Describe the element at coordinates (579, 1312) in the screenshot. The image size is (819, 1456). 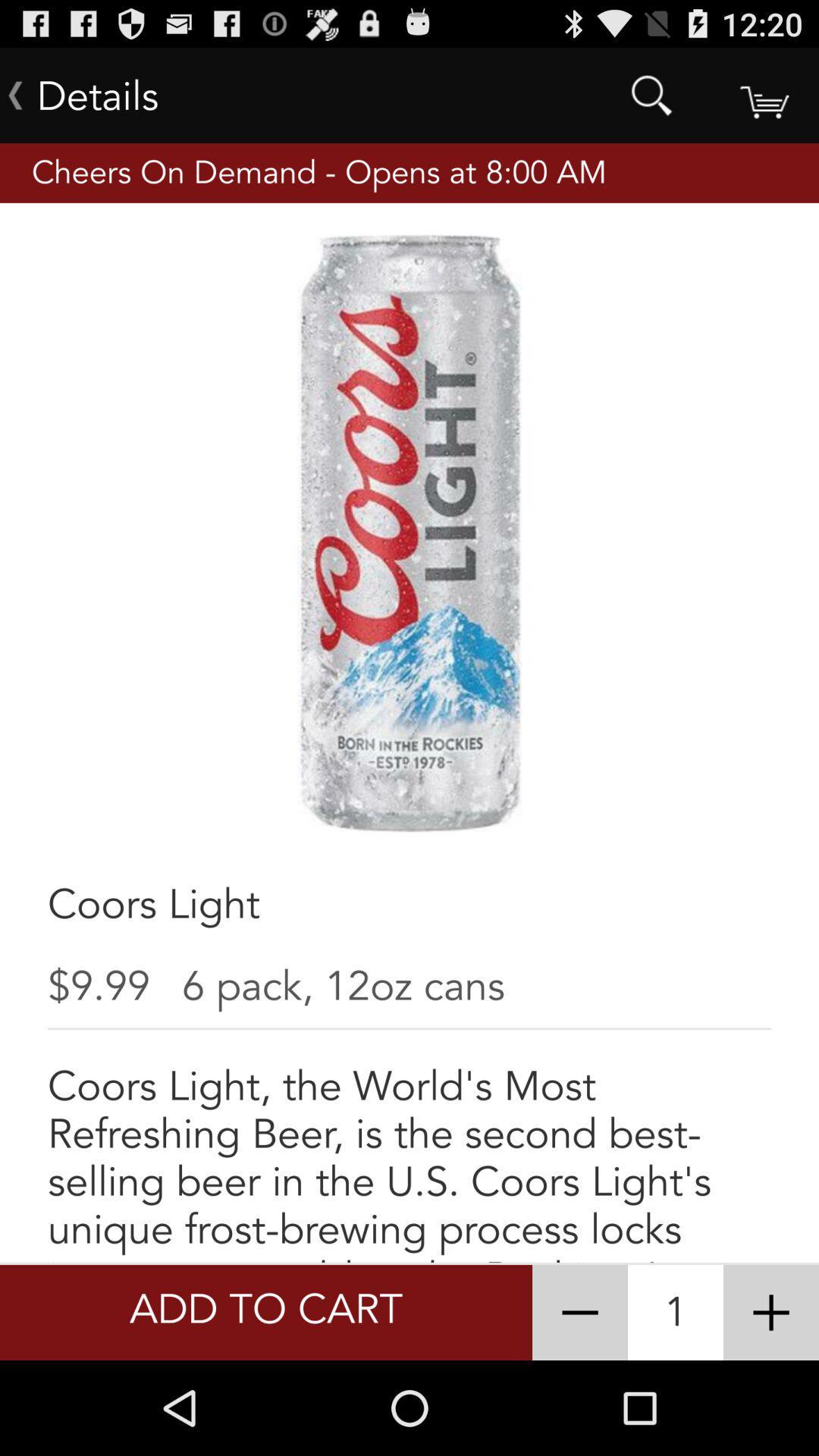
I see `item to the left of the 1 item` at that location.